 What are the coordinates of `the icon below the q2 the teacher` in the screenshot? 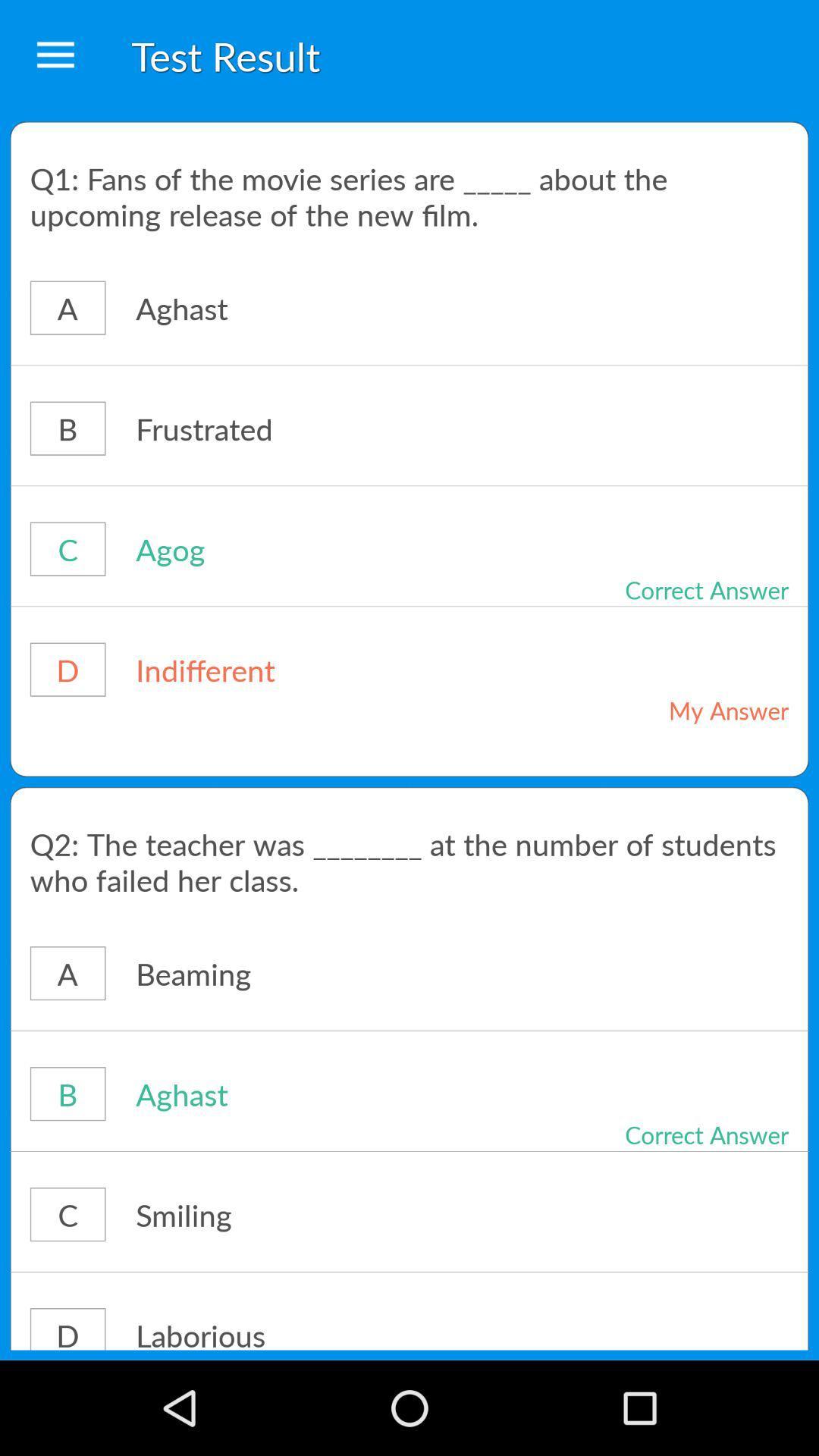 It's located at (313, 973).